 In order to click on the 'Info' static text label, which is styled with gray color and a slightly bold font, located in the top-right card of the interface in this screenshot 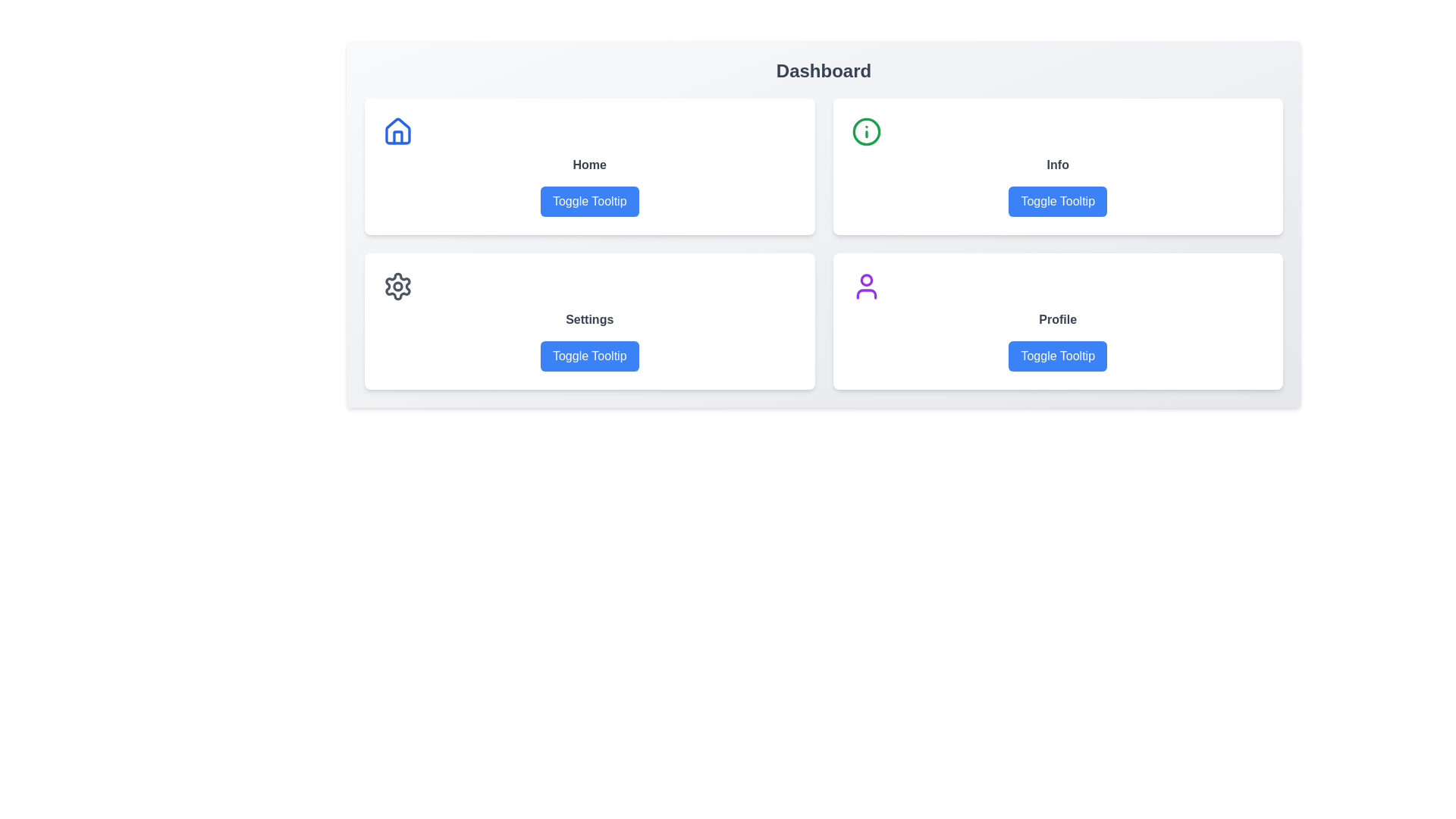, I will do `click(1057, 165)`.